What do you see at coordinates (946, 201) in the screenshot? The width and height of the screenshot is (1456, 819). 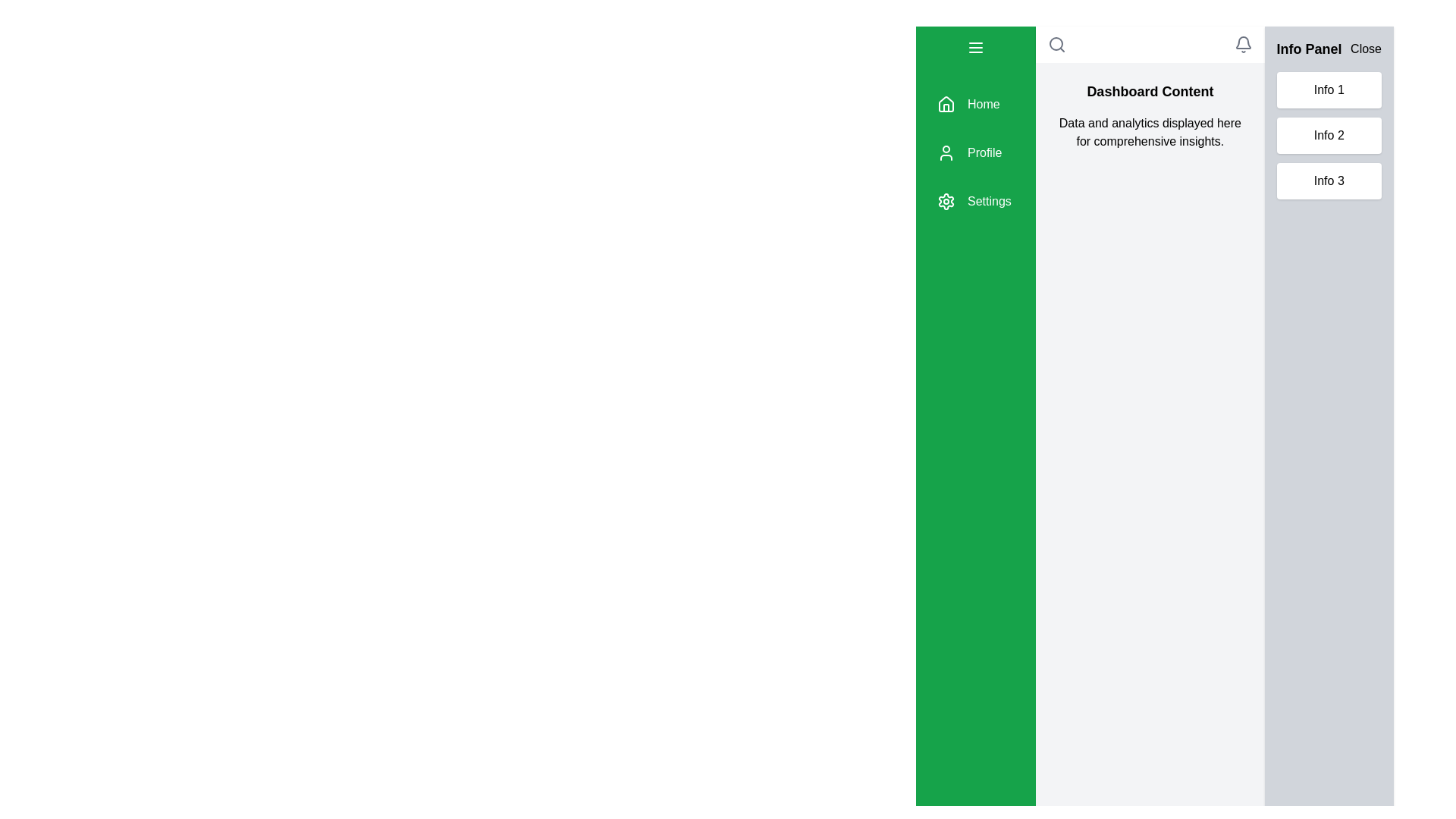 I see `the settings icon located in the green vertical sidebar menu, positioned below the 'Profile' icon` at bounding box center [946, 201].